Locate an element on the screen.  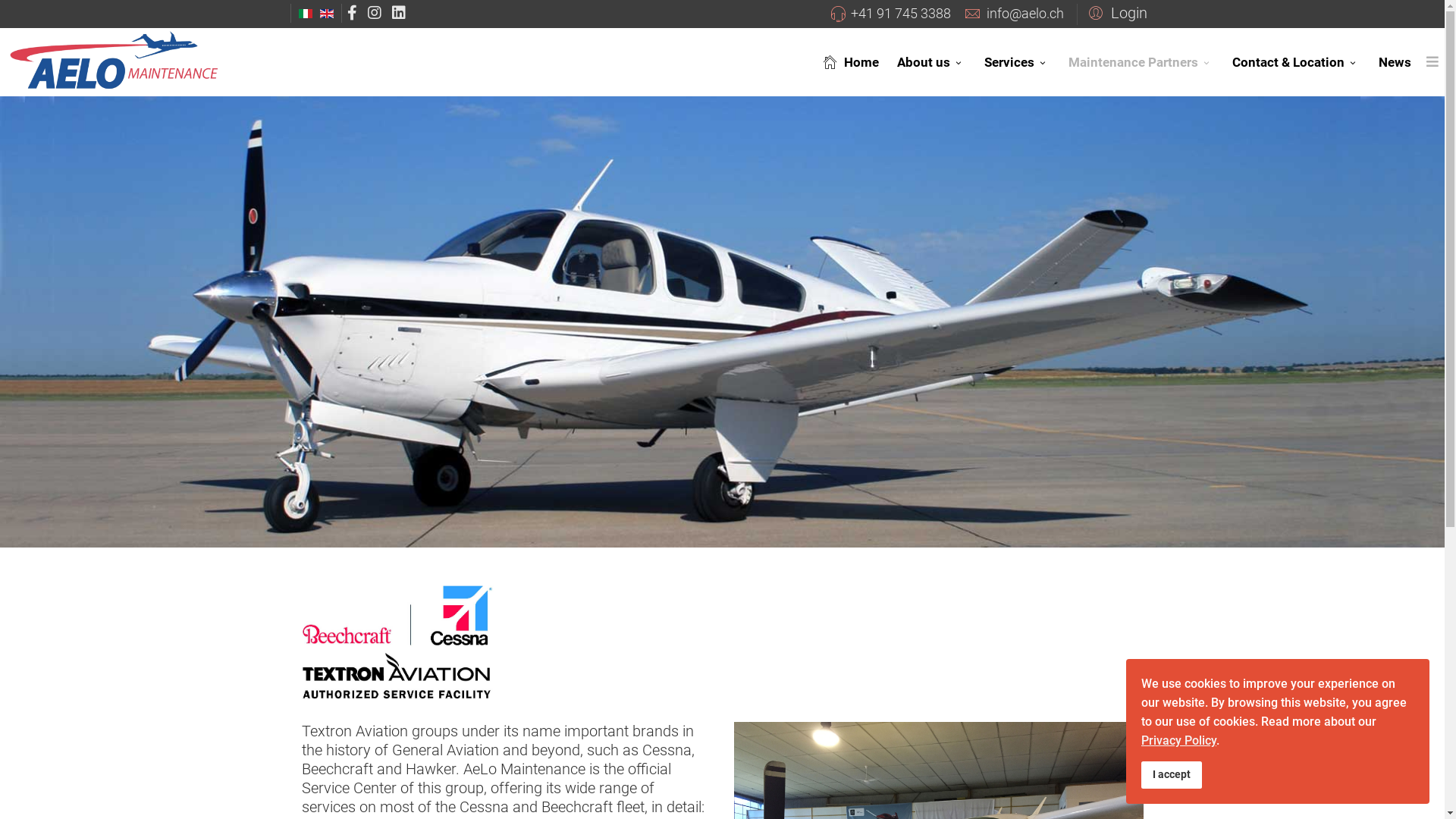
'Privacy Policy' is located at coordinates (1178, 739).